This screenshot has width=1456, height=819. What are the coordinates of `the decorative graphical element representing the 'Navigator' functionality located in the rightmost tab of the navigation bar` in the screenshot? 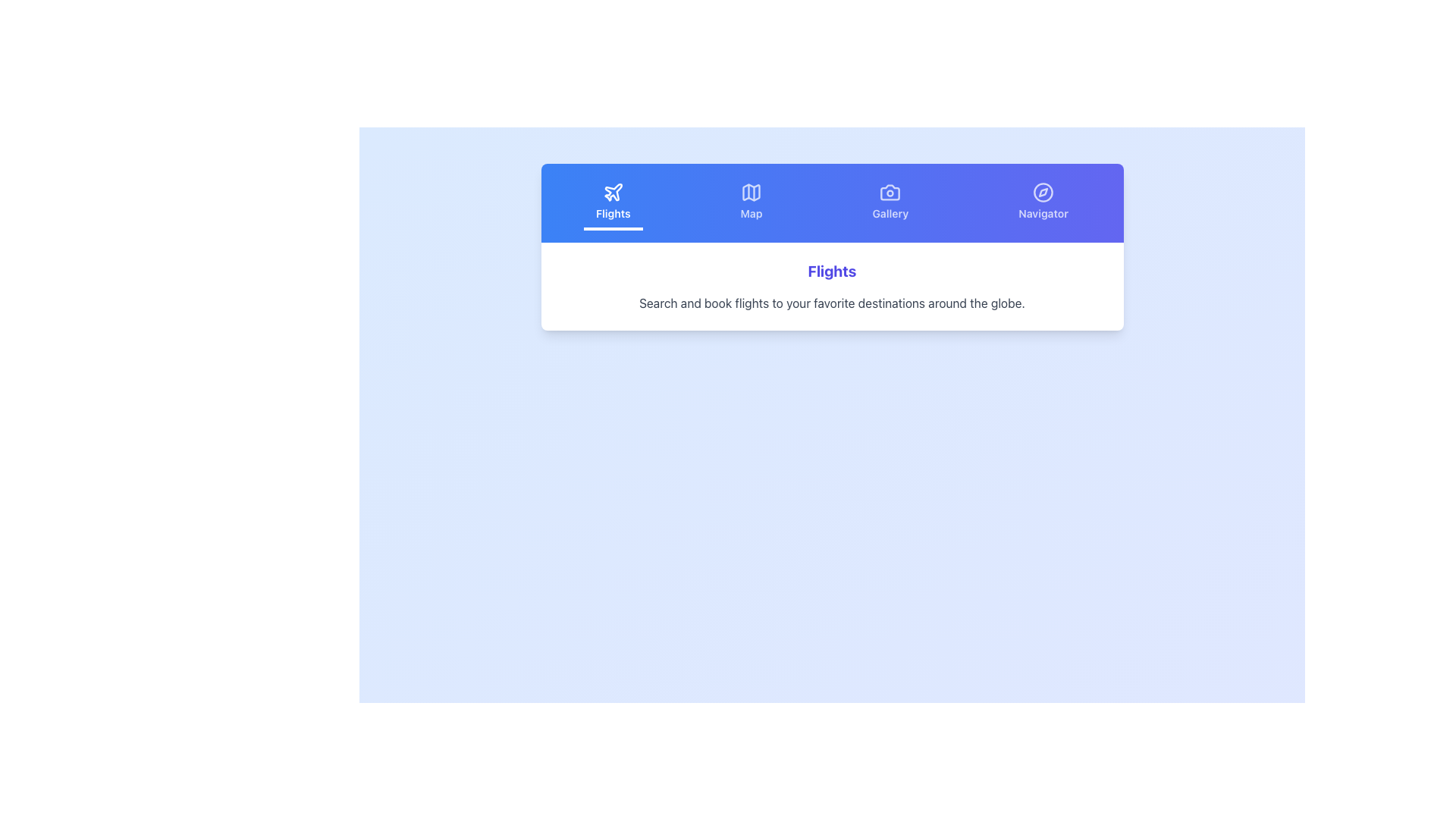 It's located at (1043, 192).